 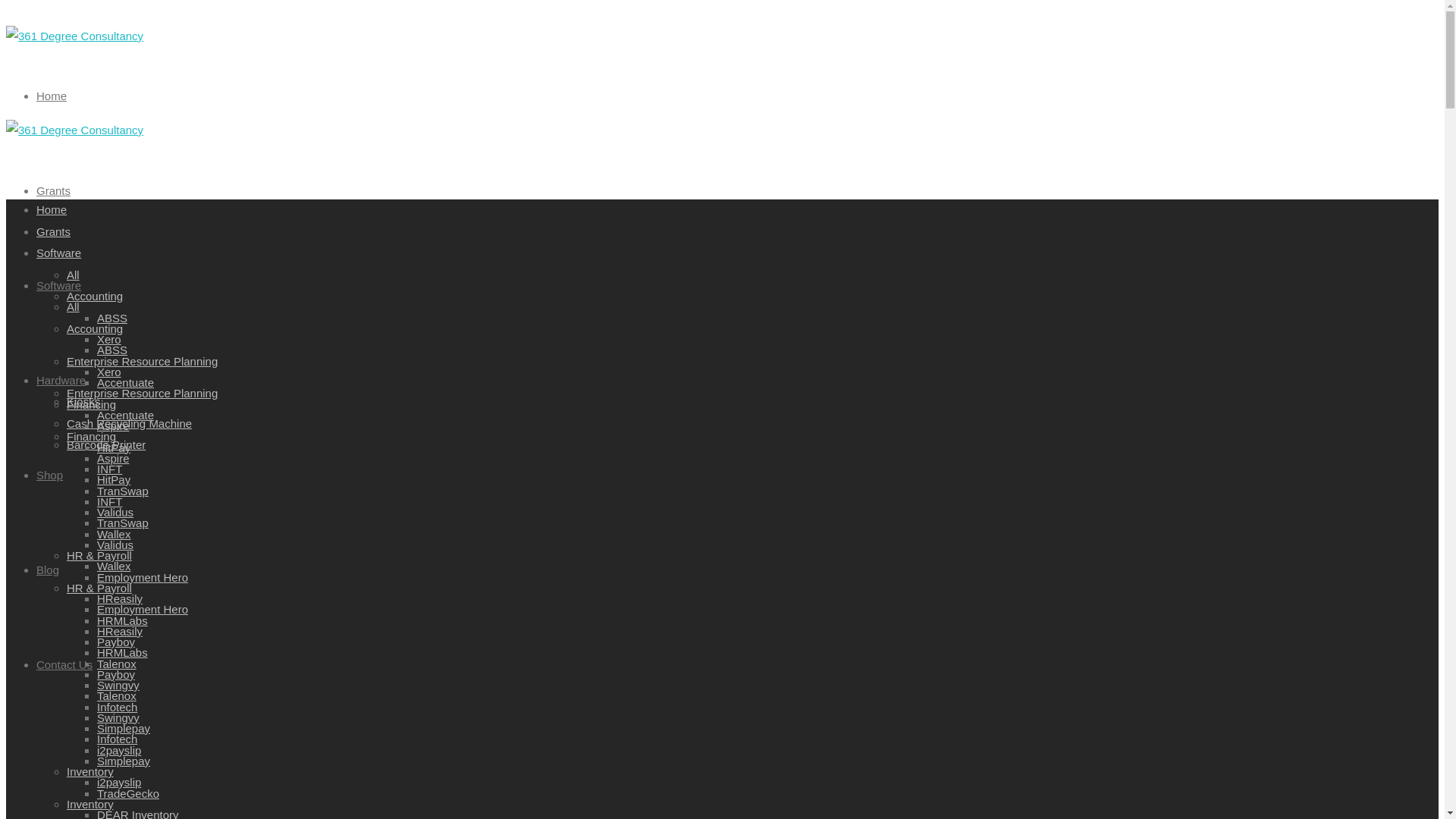 What do you see at coordinates (112, 457) in the screenshot?
I see `'Aspire'` at bounding box center [112, 457].